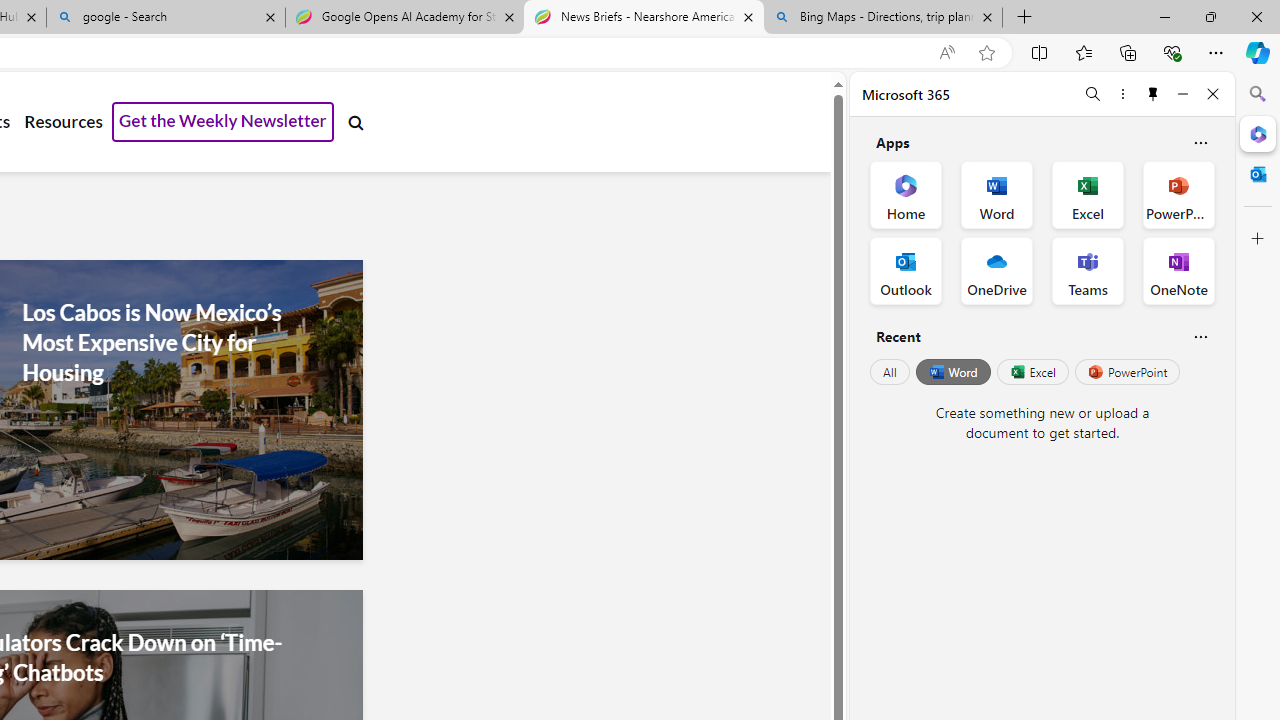 The width and height of the screenshot is (1280, 720). What do you see at coordinates (63, 122) in the screenshot?
I see `'Resources'` at bounding box center [63, 122].